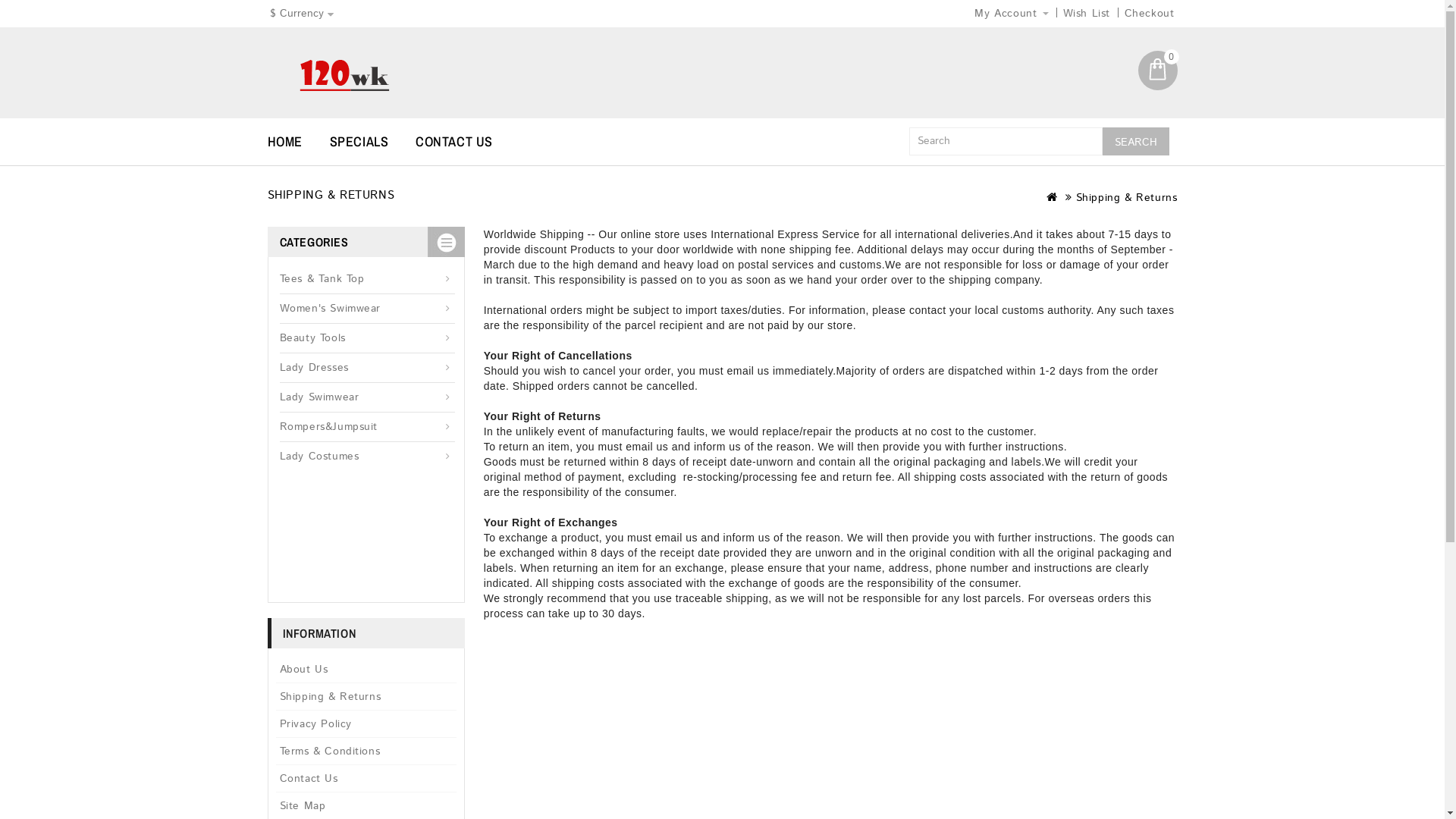  I want to click on 'Checkout', so click(1150, 14).